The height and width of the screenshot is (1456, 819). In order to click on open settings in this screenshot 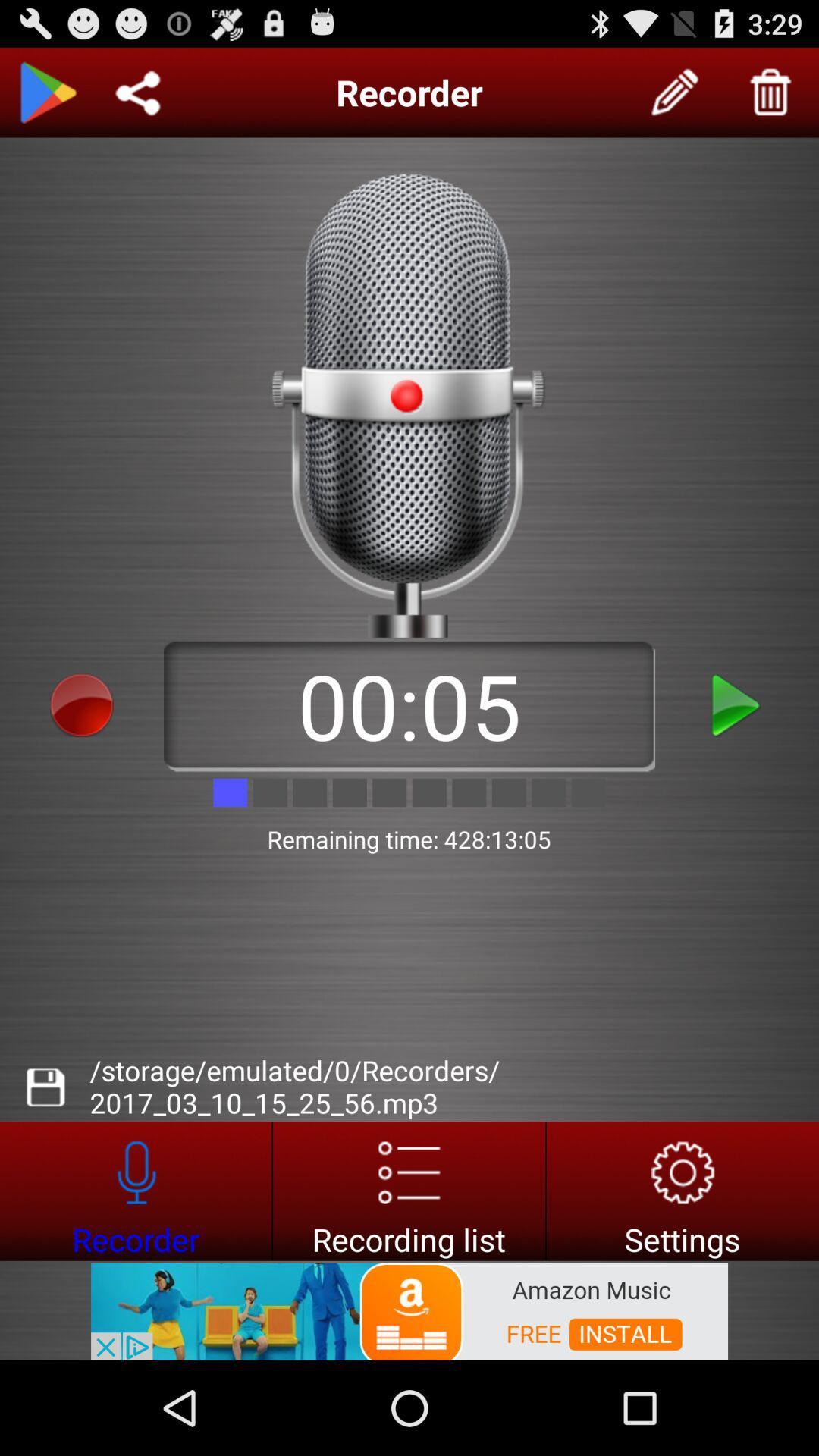, I will do `click(682, 1190)`.